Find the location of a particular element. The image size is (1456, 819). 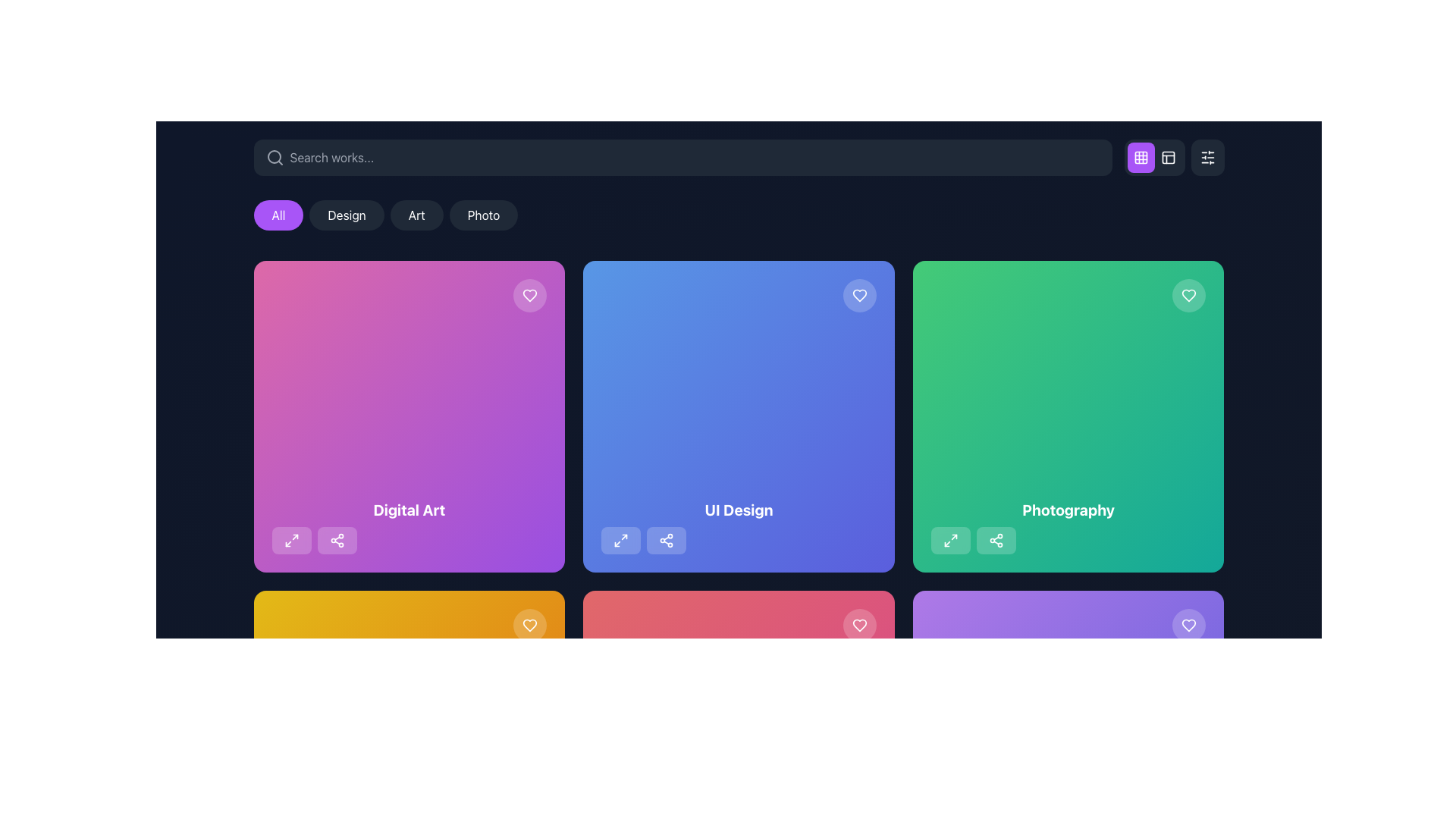

the settings button located in the top-right corner of the interface, which is the rightmost button among three horizontal buttons is located at coordinates (1207, 158).